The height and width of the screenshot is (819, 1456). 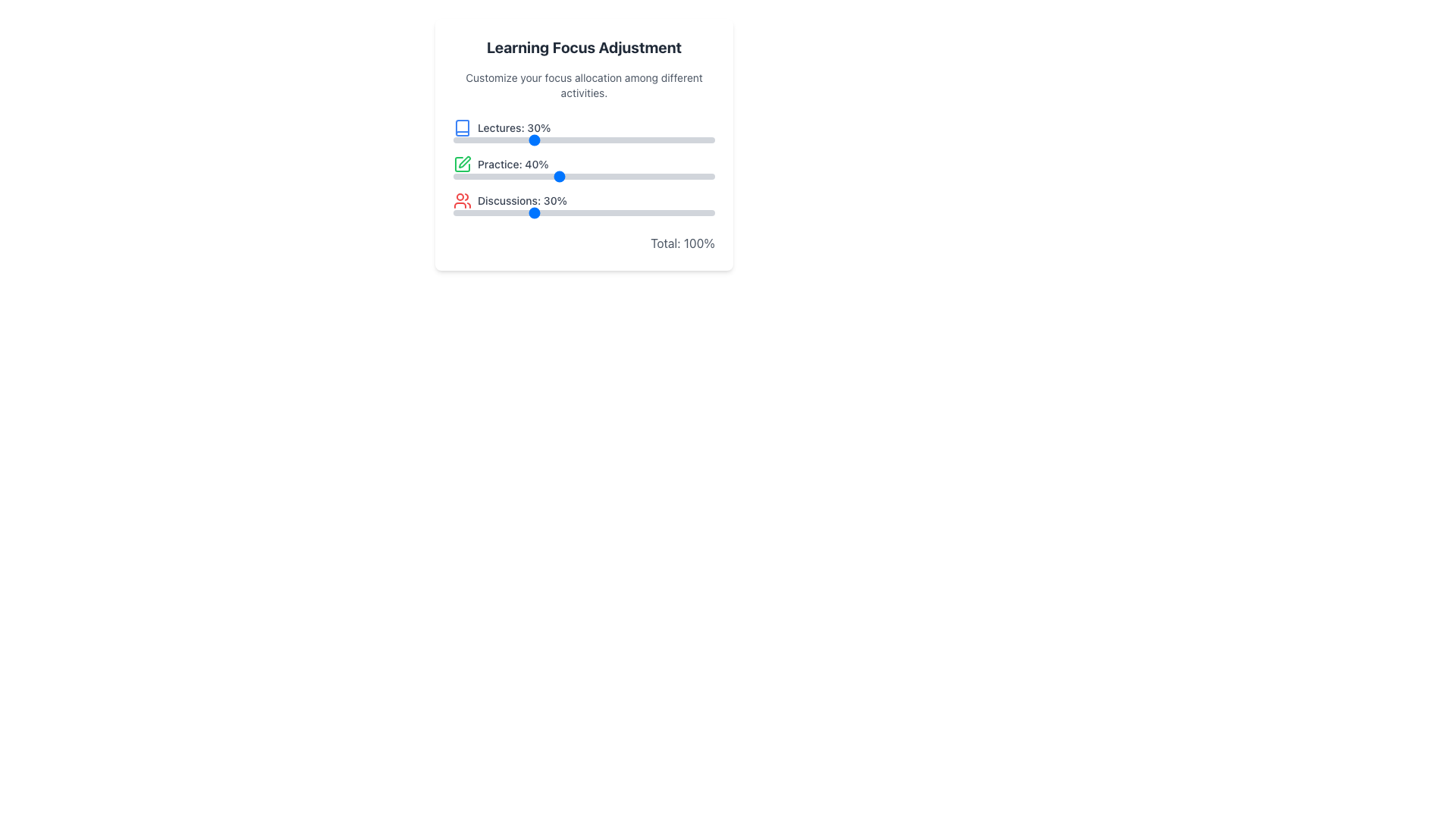 What do you see at coordinates (583, 130) in the screenshot?
I see `the Composite UI element displaying 'Lectures: 30%' with the progress bar and book icon` at bounding box center [583, 130].